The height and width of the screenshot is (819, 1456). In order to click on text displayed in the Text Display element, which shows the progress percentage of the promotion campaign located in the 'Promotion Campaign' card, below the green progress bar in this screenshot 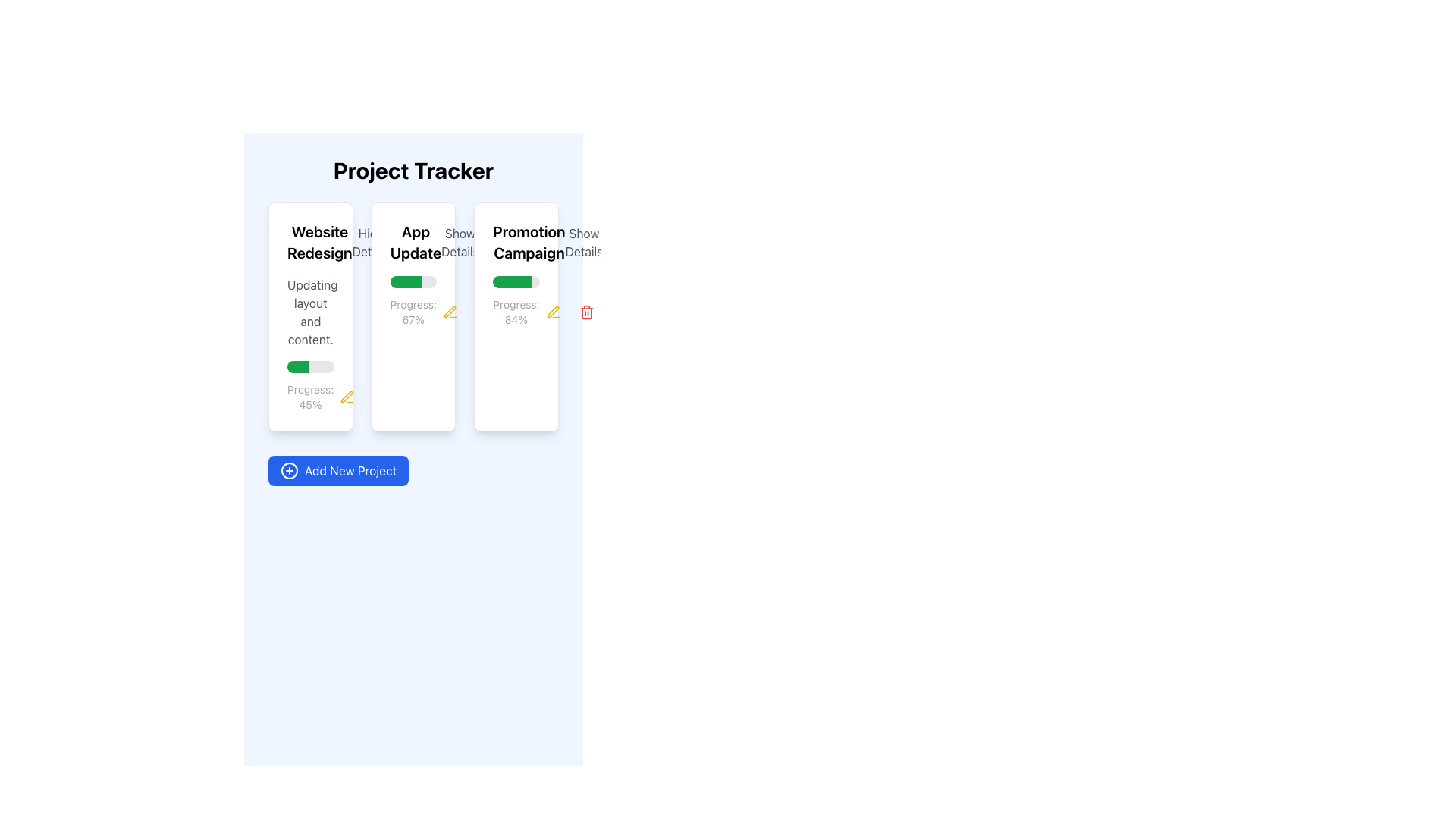, I will do `click(516, 312)`.